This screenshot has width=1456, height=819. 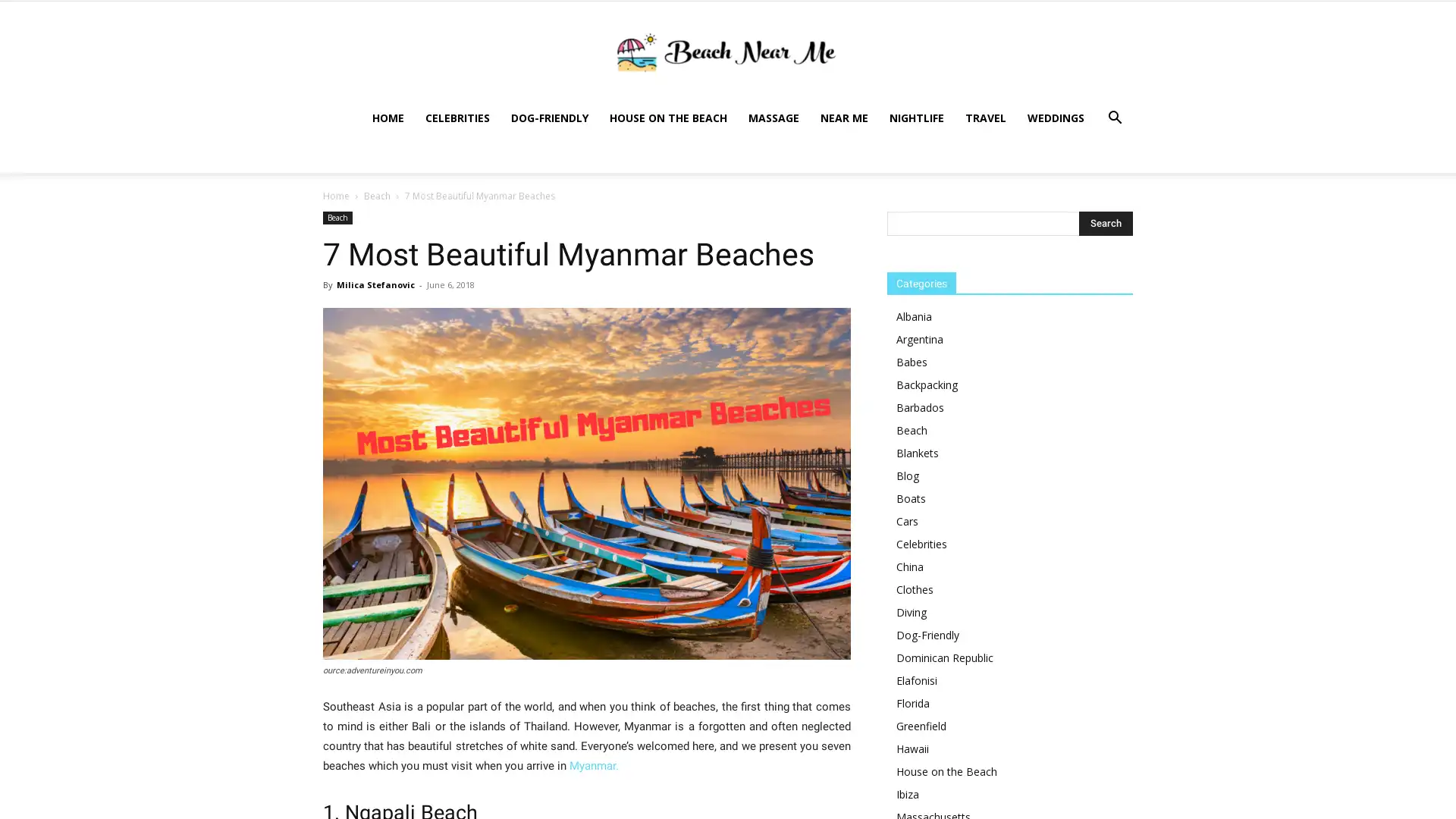 I want to click on Search, so click(x=1106, y=186).